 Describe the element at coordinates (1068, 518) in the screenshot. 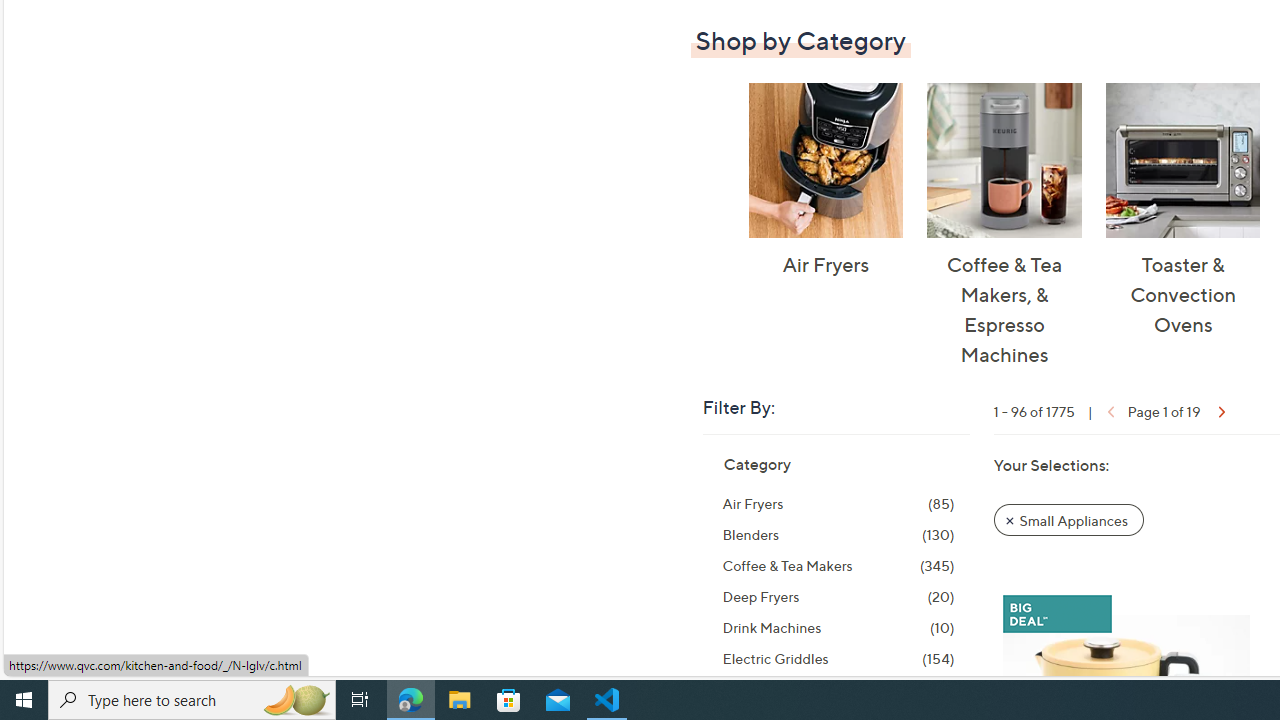

I see `'Small Appliances'` at that location.